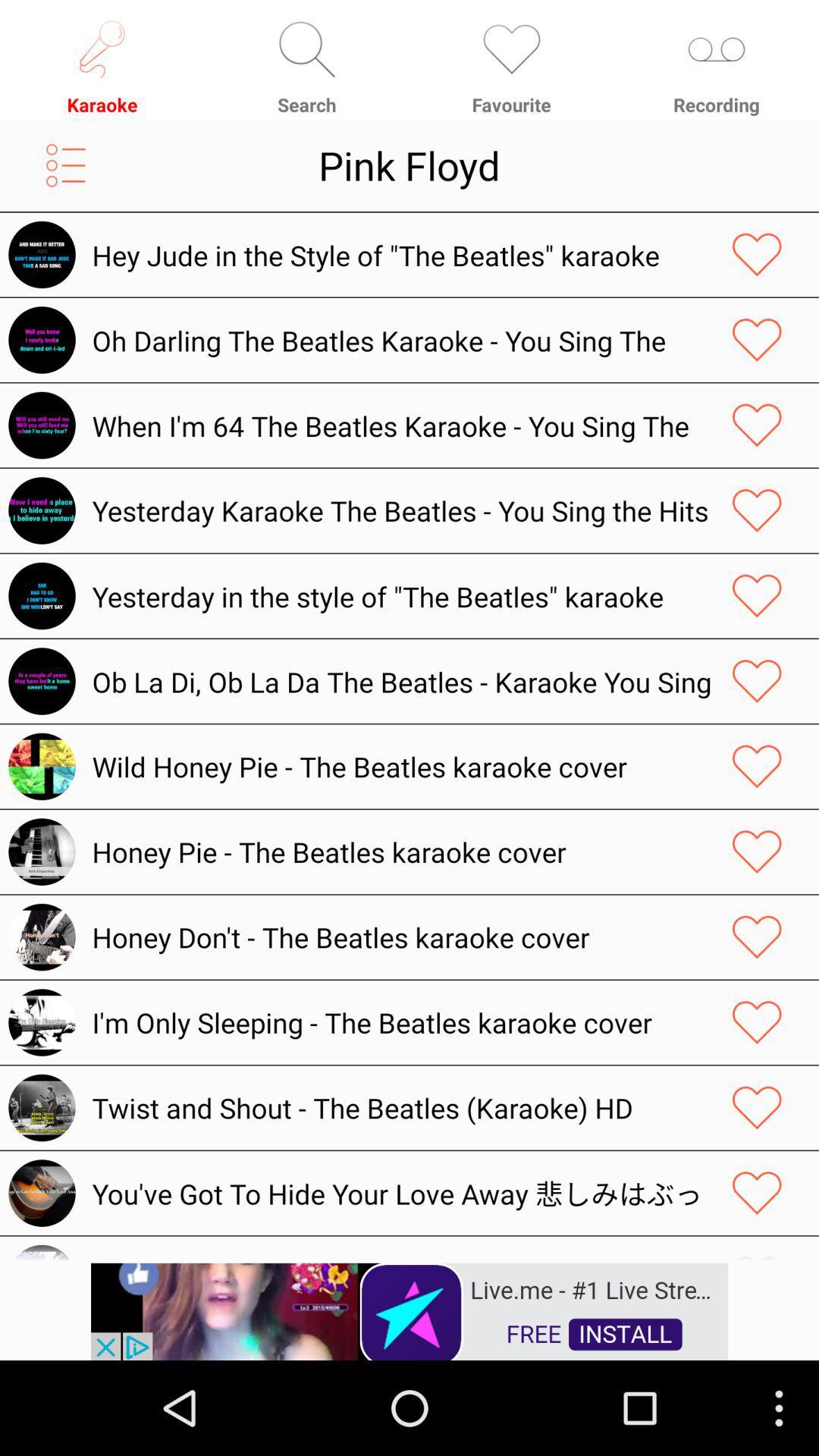  What do you see at coordinates (757, 1107) in the screenshot?
I see `love track` at bounding box center [757, 1107].